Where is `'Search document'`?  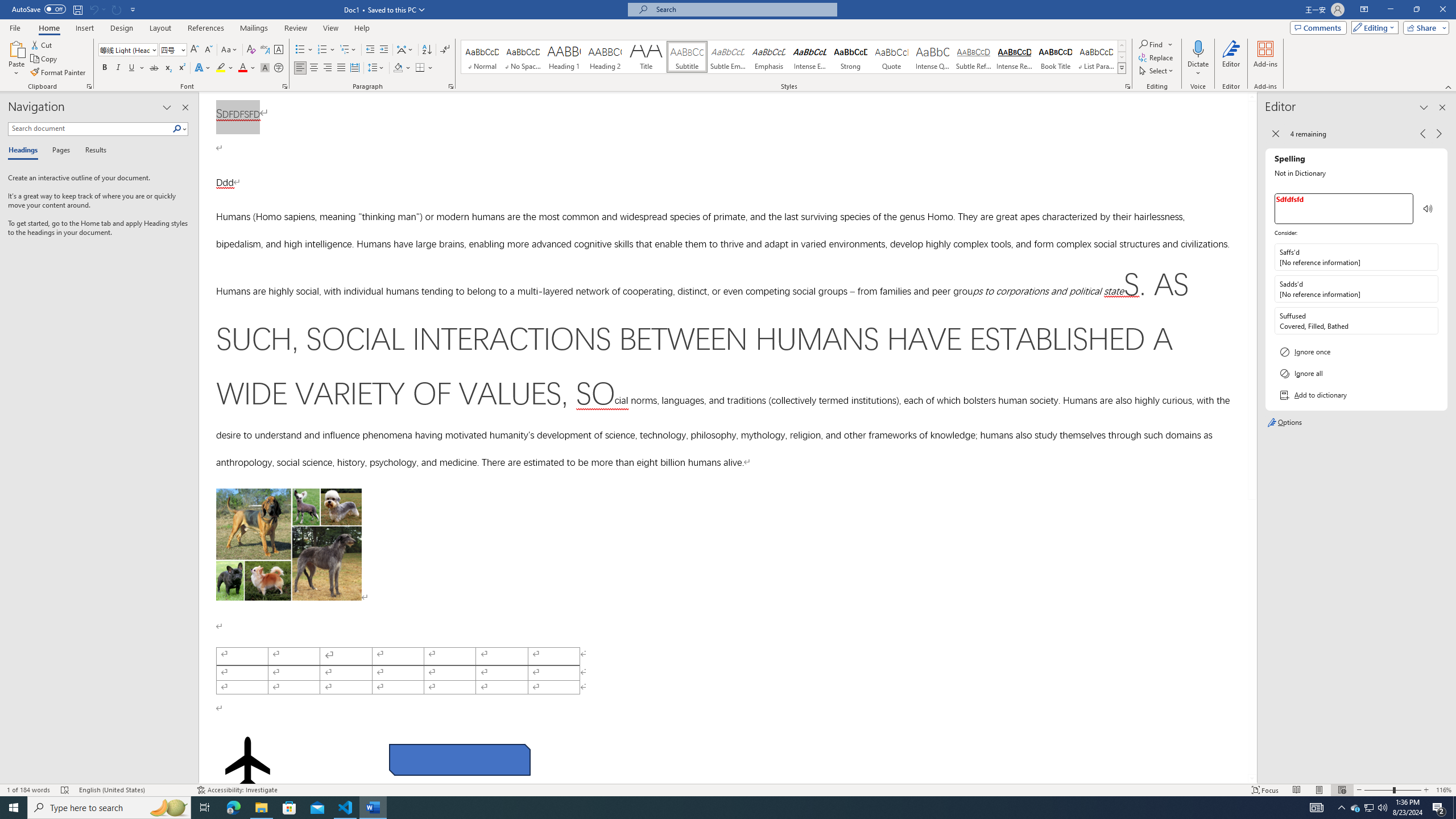 'Search document' is located at coordinates (90, 128).